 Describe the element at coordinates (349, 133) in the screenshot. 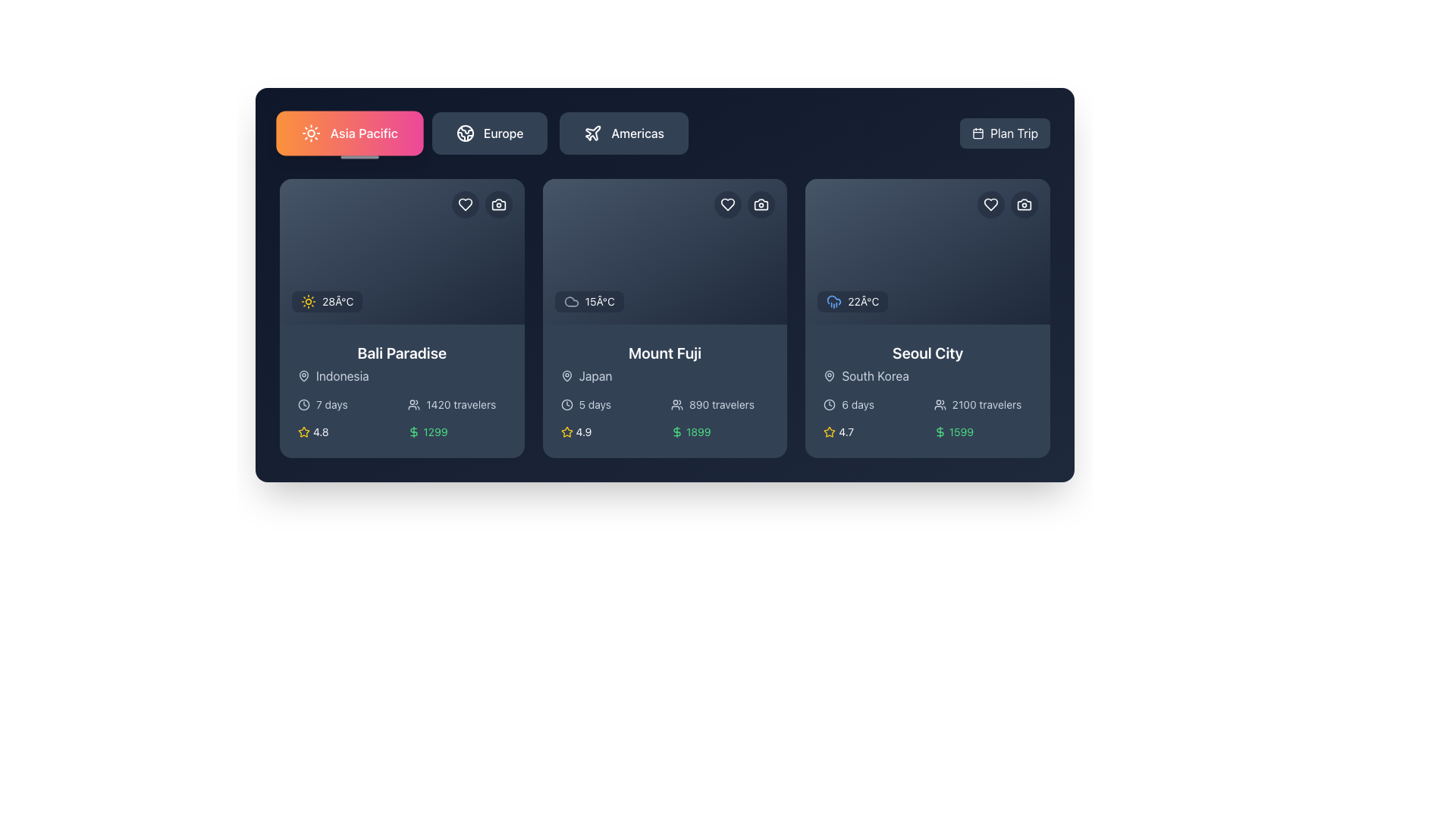

I see `the 'Asia Pacific' category button` at that location.